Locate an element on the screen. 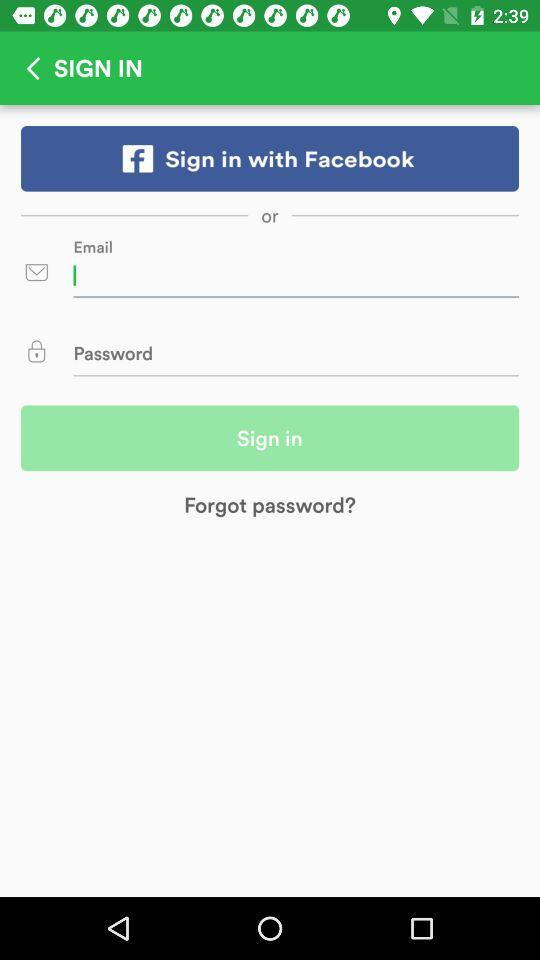  email id is located at coordinates (295, 274).